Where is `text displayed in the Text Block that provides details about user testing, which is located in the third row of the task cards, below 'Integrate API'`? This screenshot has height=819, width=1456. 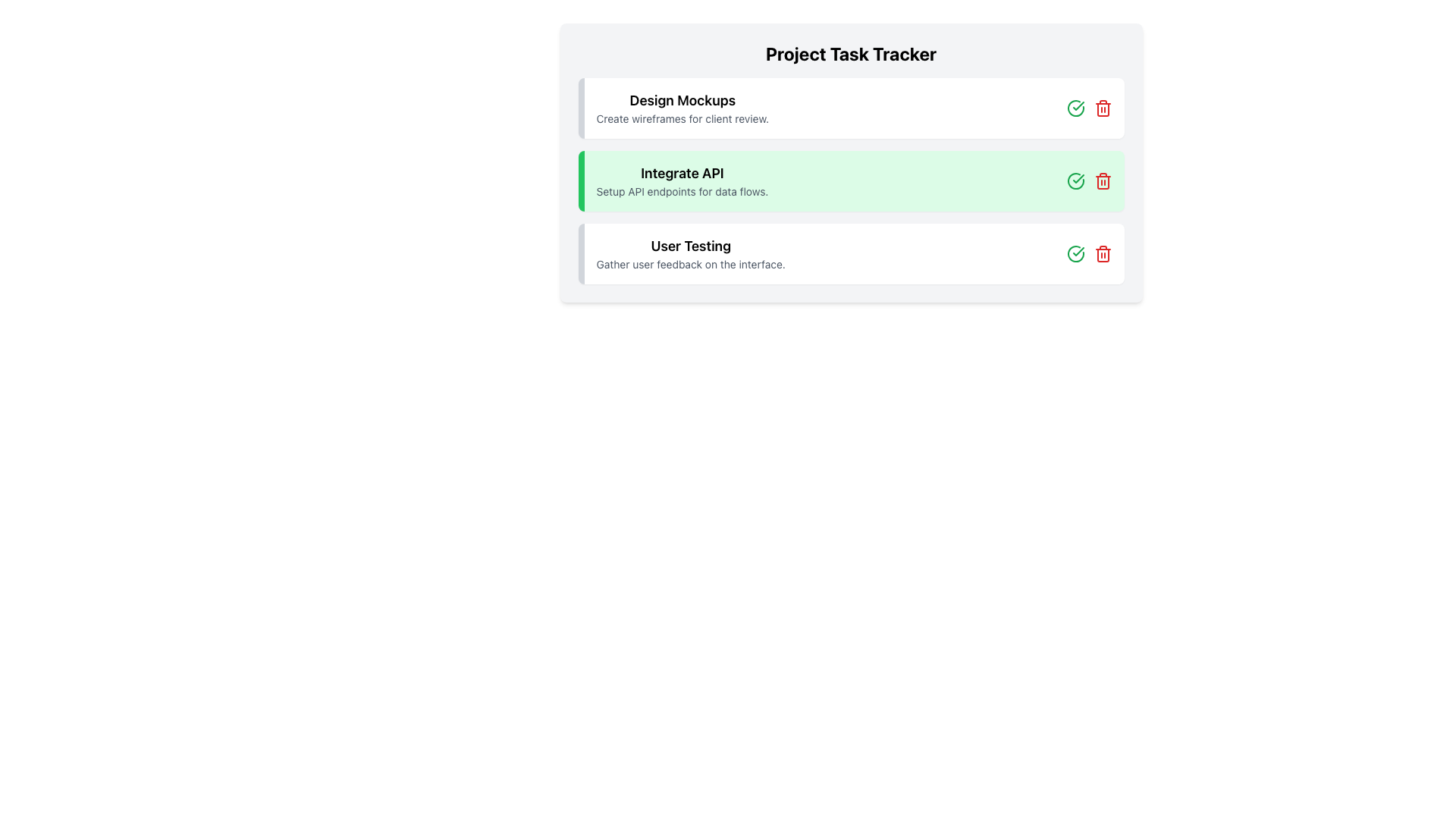
text displayed in the Text Block that provides details about user testing, which is located in the third row of the task cards, below 'Integrate API' is located at coordinates (690, 253).